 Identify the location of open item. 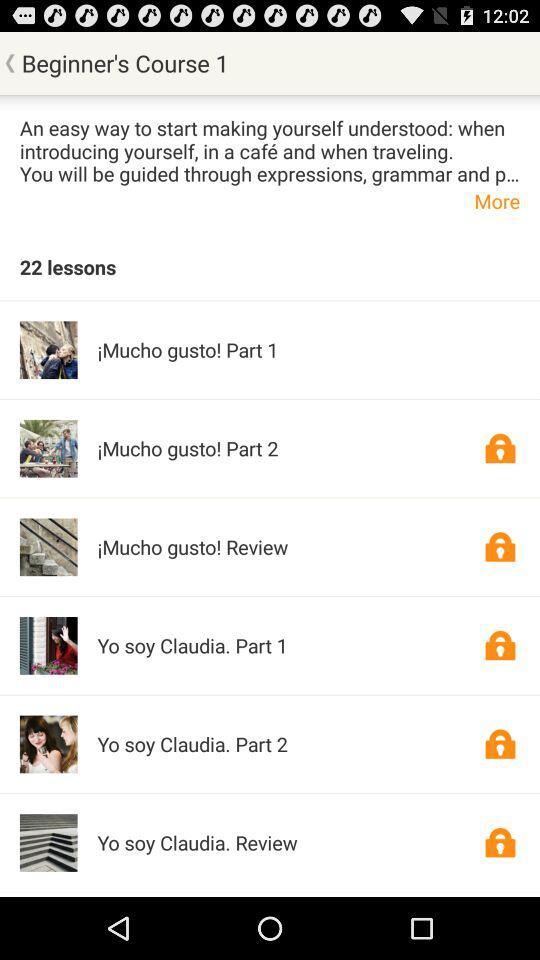
(499, 644).